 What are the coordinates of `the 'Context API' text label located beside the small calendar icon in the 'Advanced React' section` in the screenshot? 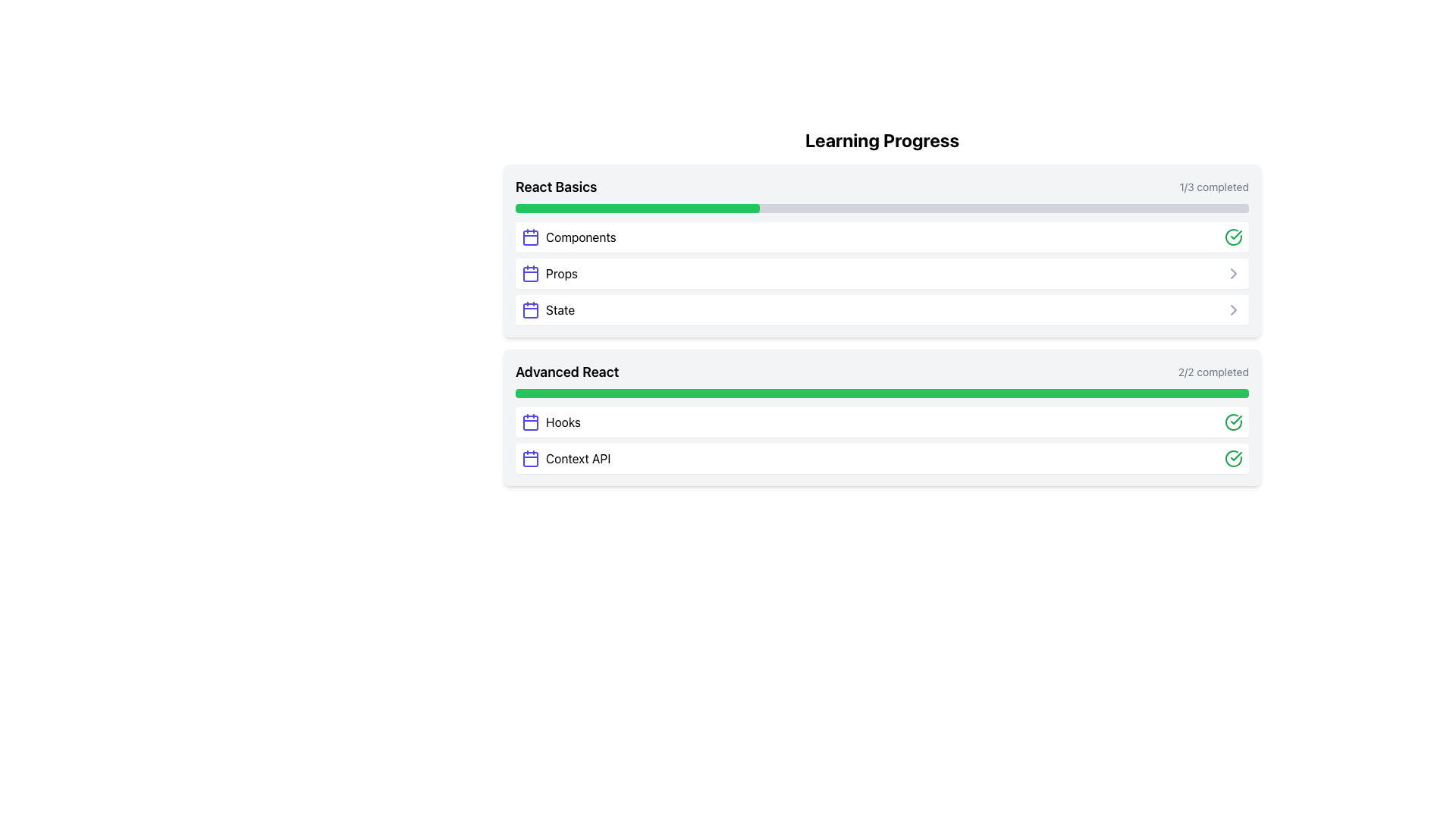 It's located at (577, 458).